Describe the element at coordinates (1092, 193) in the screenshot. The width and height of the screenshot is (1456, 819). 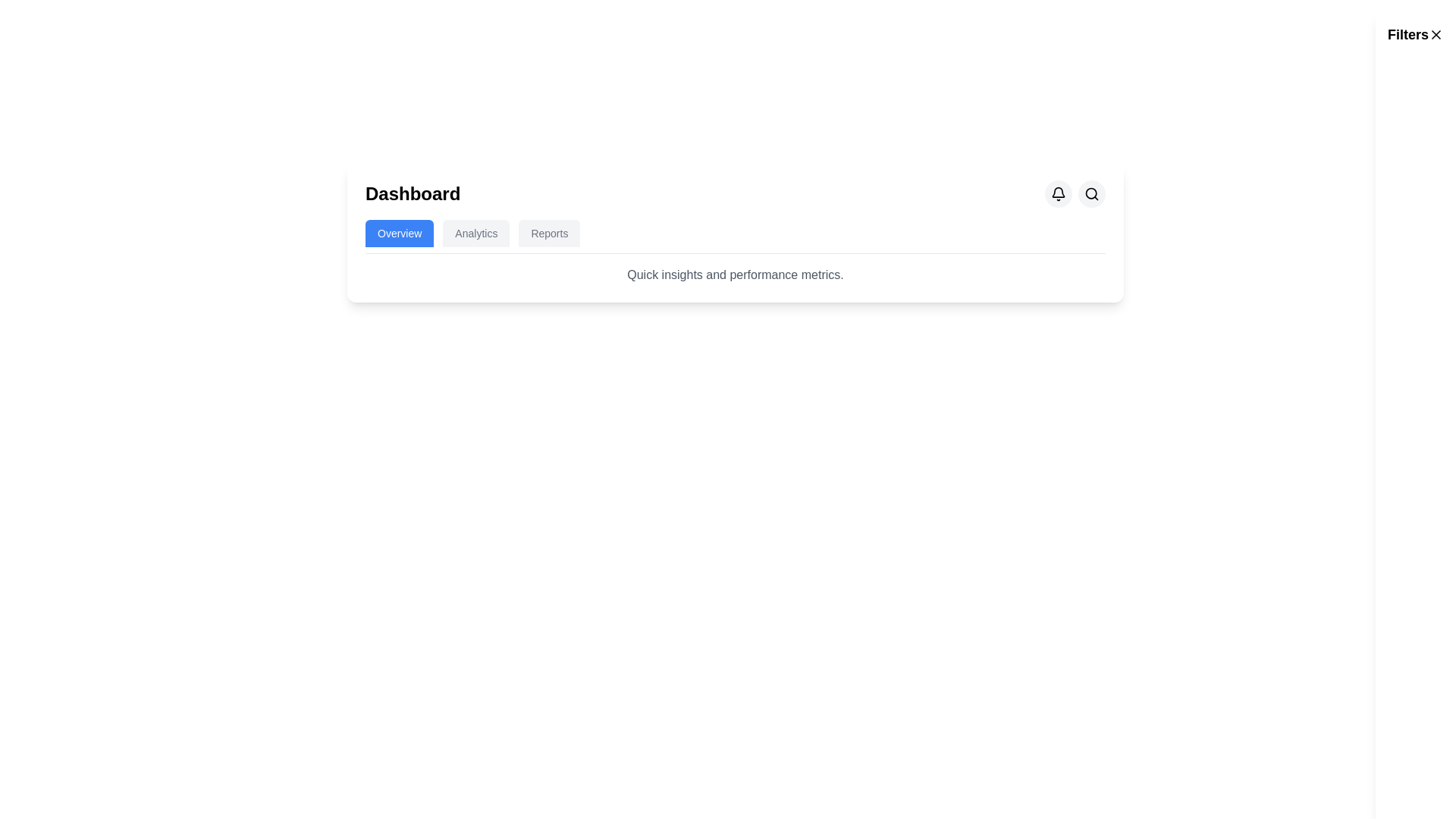
I see `the circular search button with a light gray background and a magnifying glass icon located in the top-right section of the interface to change its background color` at that location.